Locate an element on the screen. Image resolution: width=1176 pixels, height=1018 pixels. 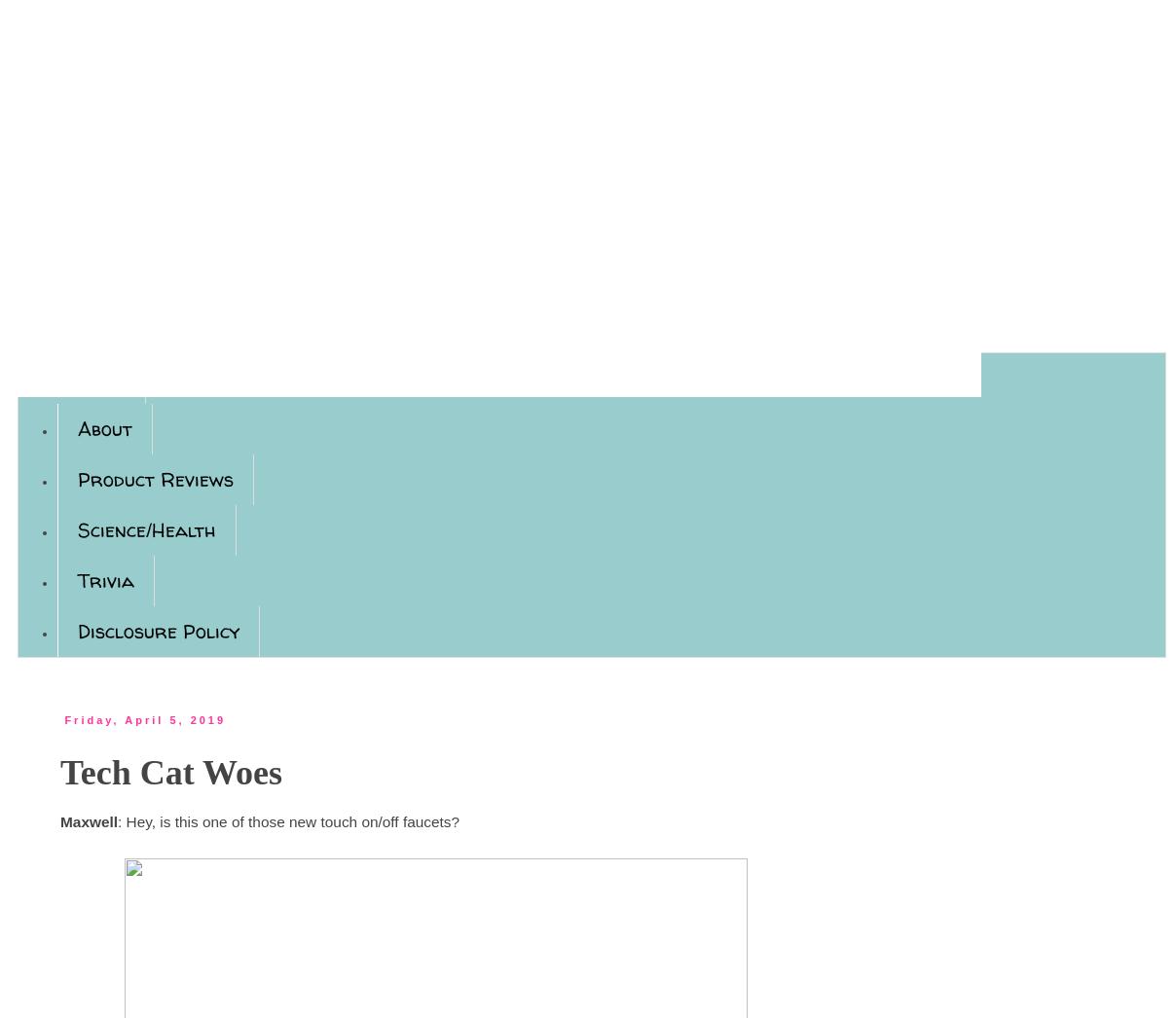
'About' is located at coordinates (103, 427).